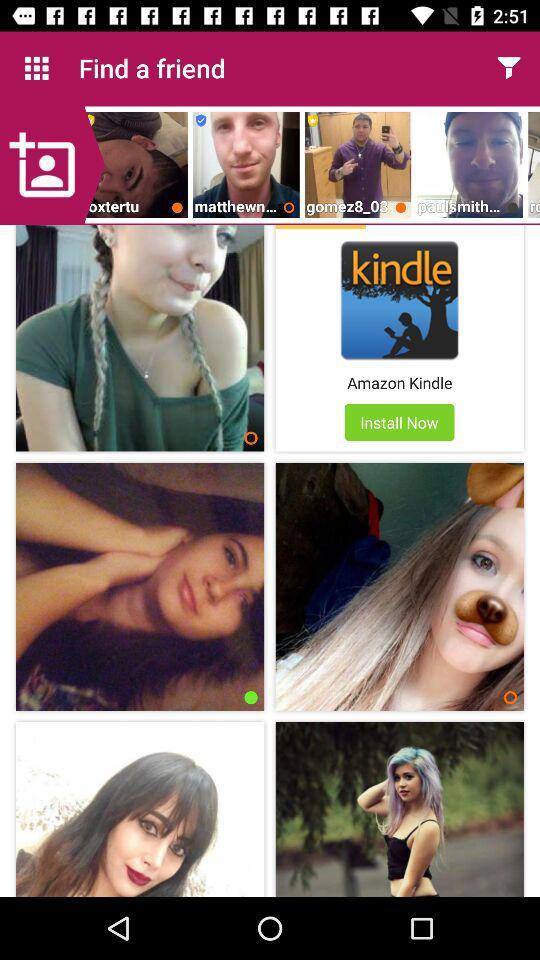 Image resolution: width=540 pixels, height=960 pixels. Describe the element at coordinates (508, 68) in the screenshot. I see `filter` at that location.